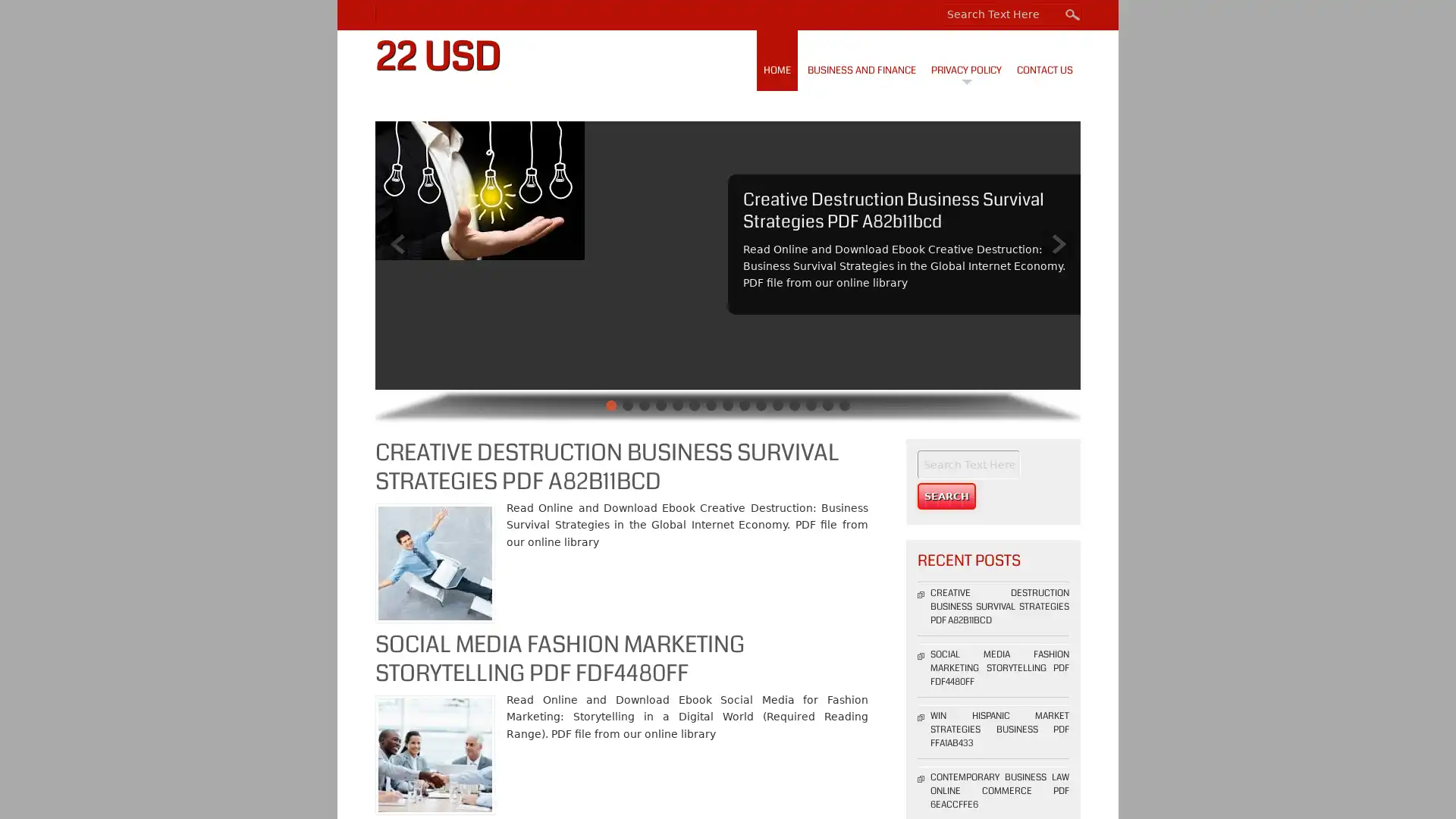 The height and width of the screenshot is (819, 1456). Describe the element at coordinates (946, 496) in the screenshot. I see `Search` at that location.